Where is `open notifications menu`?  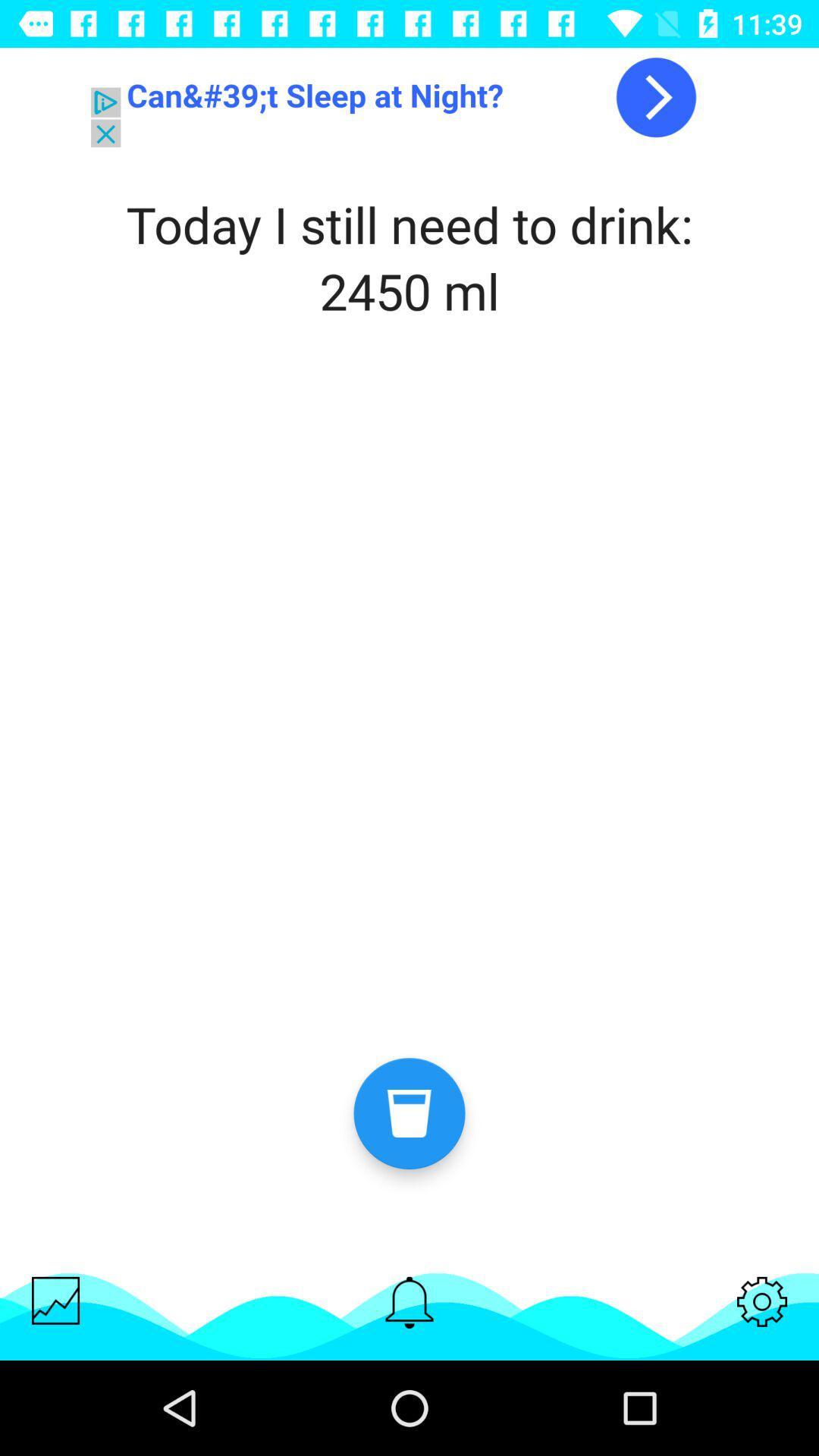 open notifications menu is located at coordinates (409, 1301).